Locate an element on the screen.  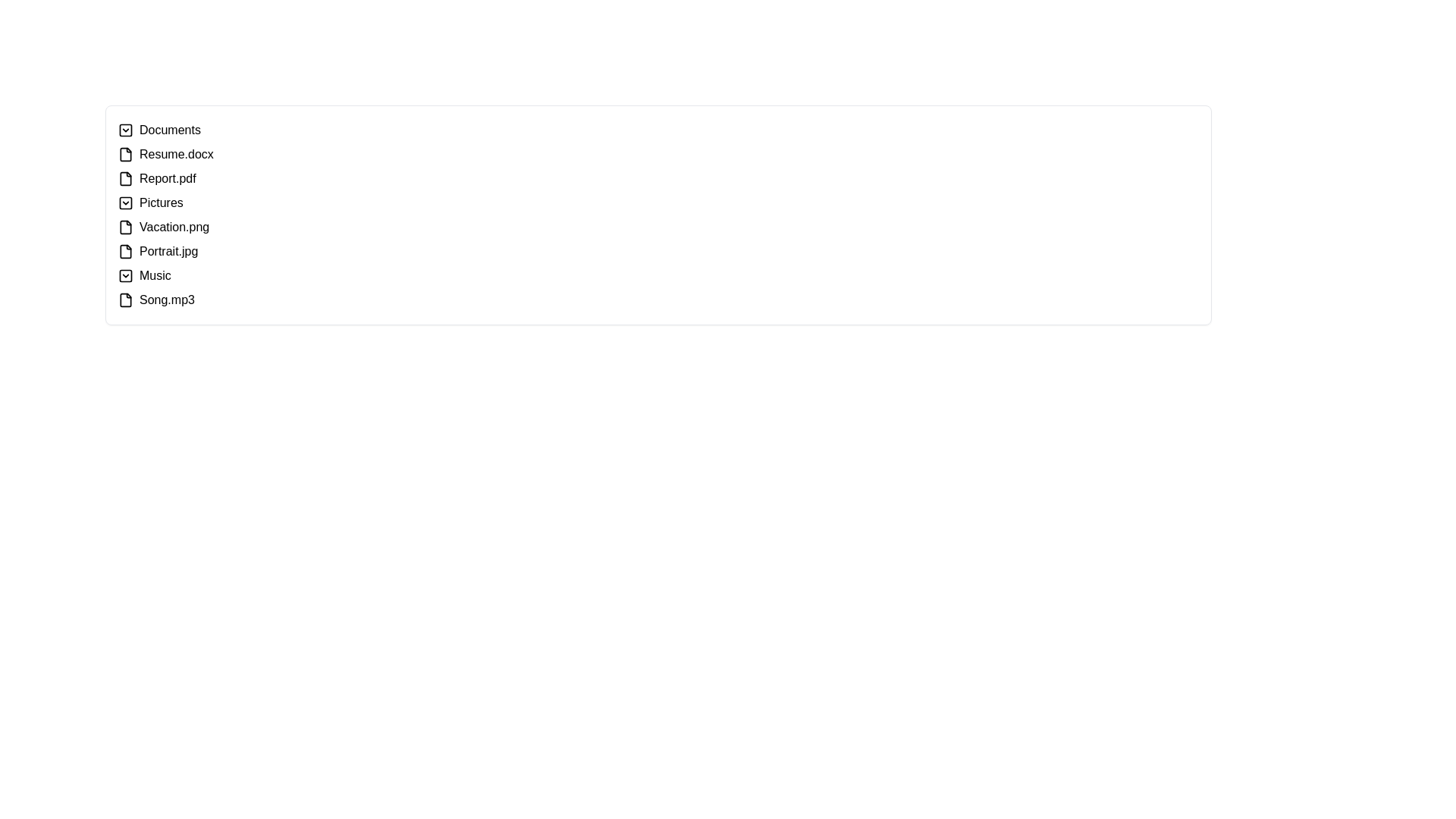
the 'Pictures' text label in the vertical menu is located at coordinates (161, 202).